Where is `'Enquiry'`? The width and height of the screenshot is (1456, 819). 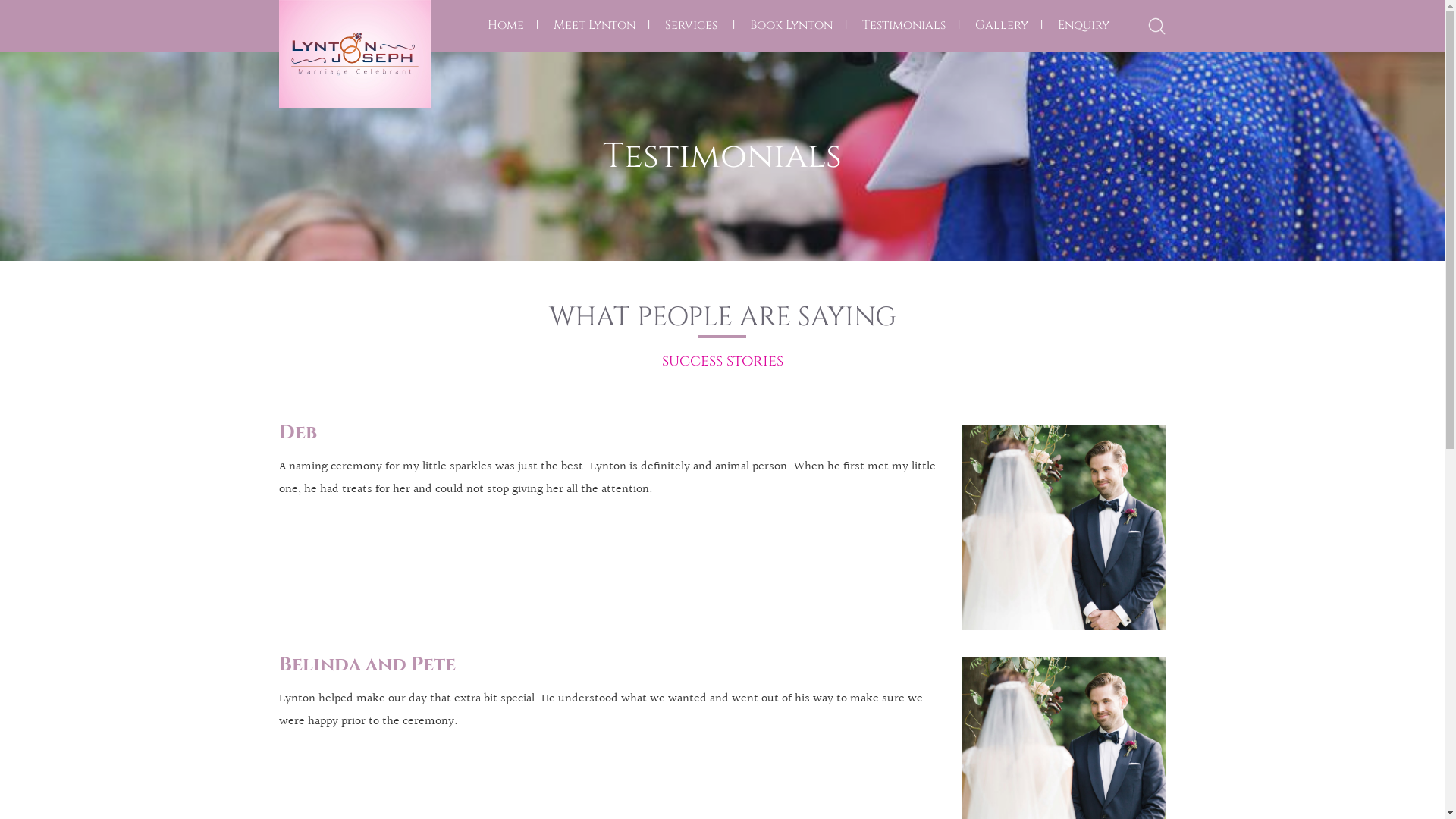 'Enquiry' is located at coordinates (1082, 25).